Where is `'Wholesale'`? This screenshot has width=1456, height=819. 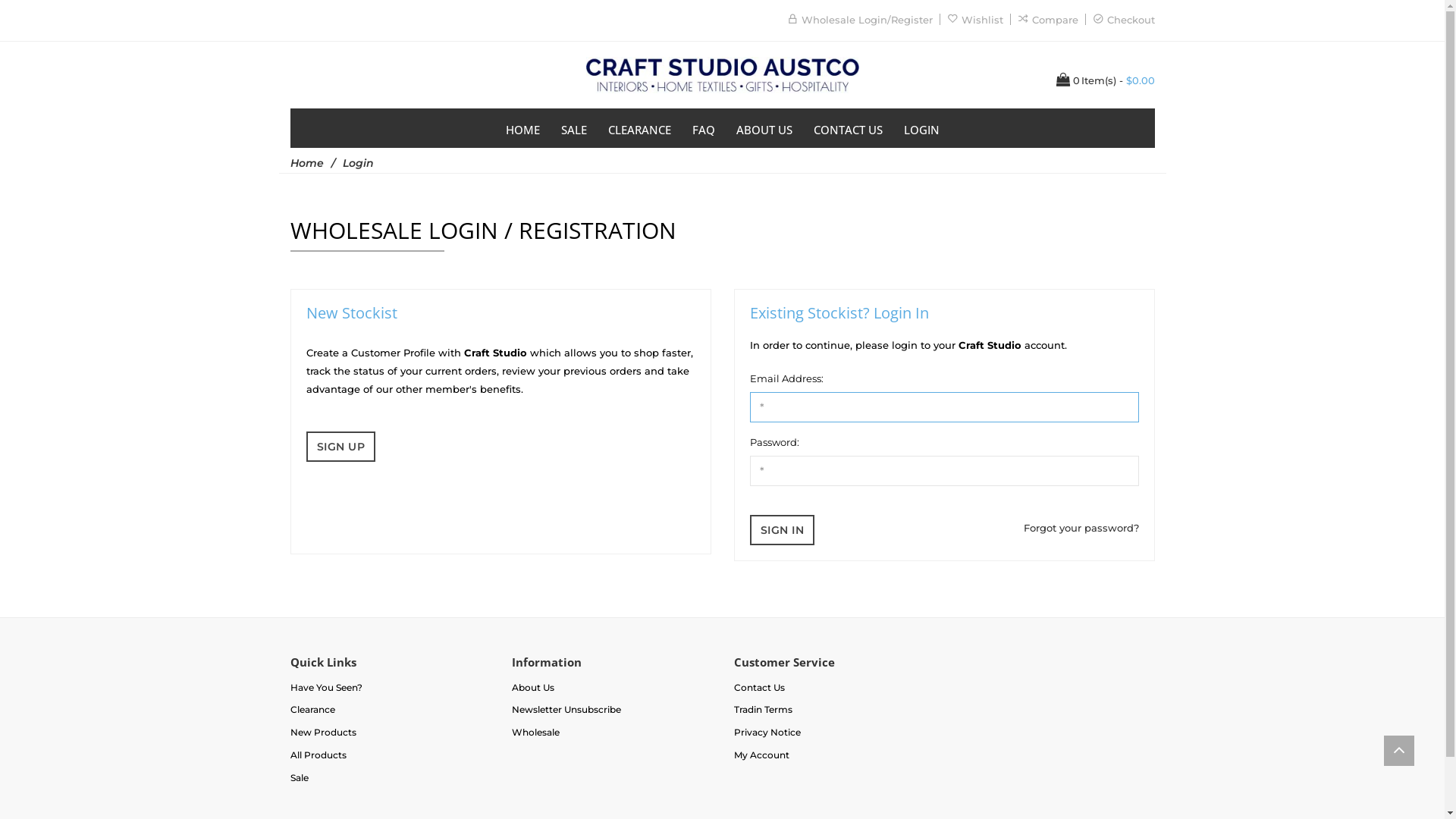 'Wholesale' is located at coordinates (535, 731).